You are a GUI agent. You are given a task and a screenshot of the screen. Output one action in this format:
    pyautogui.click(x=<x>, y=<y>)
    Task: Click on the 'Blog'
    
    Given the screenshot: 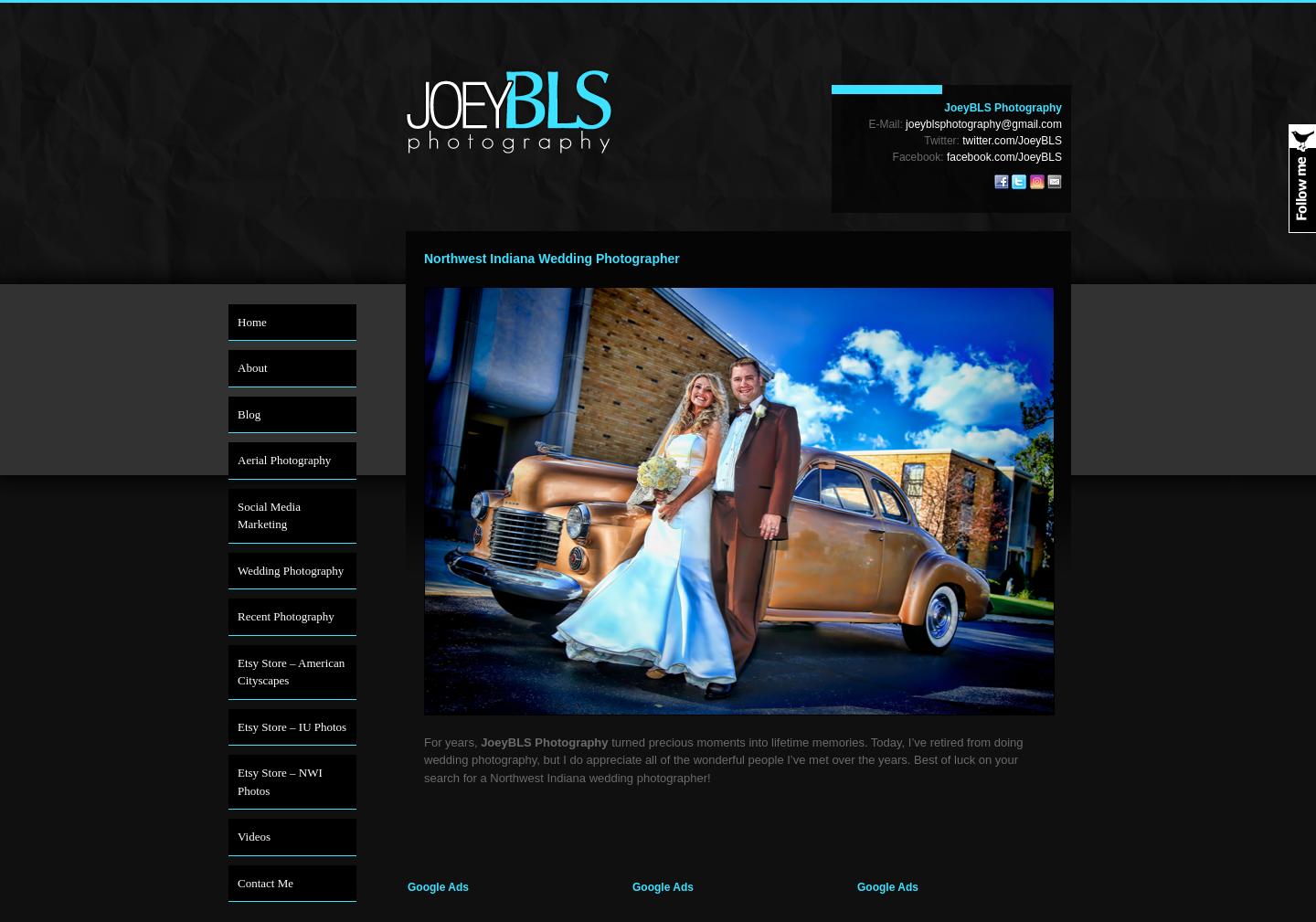 What is the action you would take?
    pyautogui.click(x=237, y=412)
    